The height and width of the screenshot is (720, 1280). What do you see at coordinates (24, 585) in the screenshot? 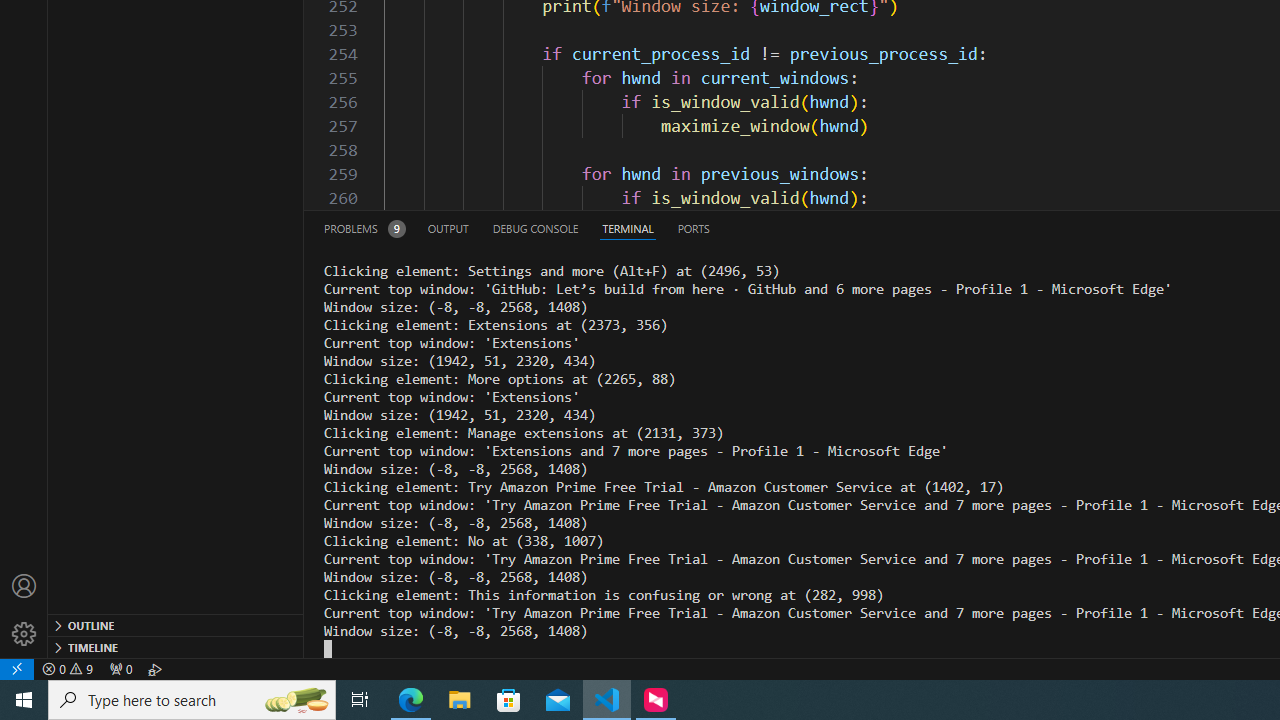
I see `'Accounts'` at bounding box center [24, 585].